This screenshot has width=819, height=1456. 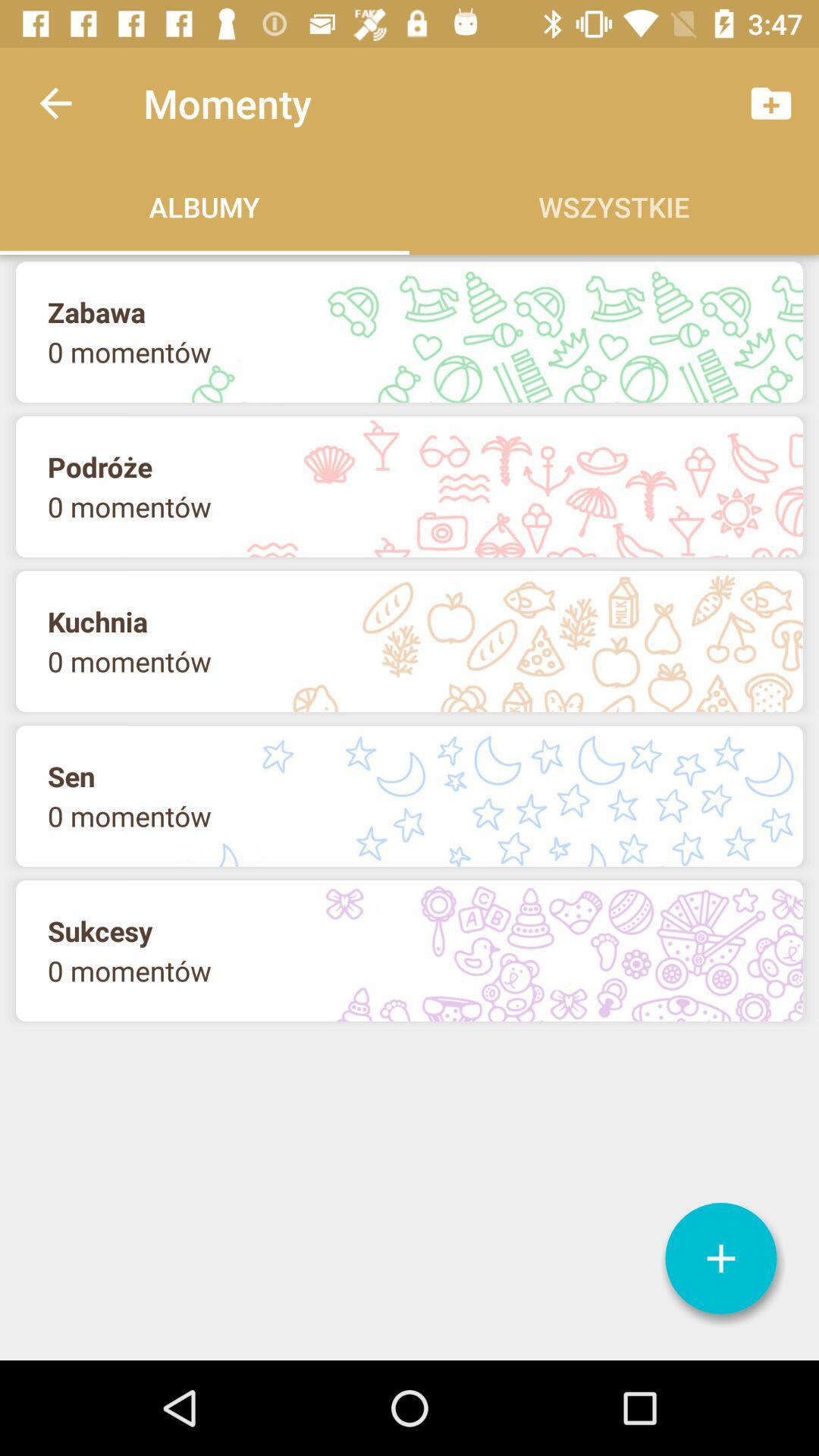 I want to click on the add icon, so click(x=720, y=1258).